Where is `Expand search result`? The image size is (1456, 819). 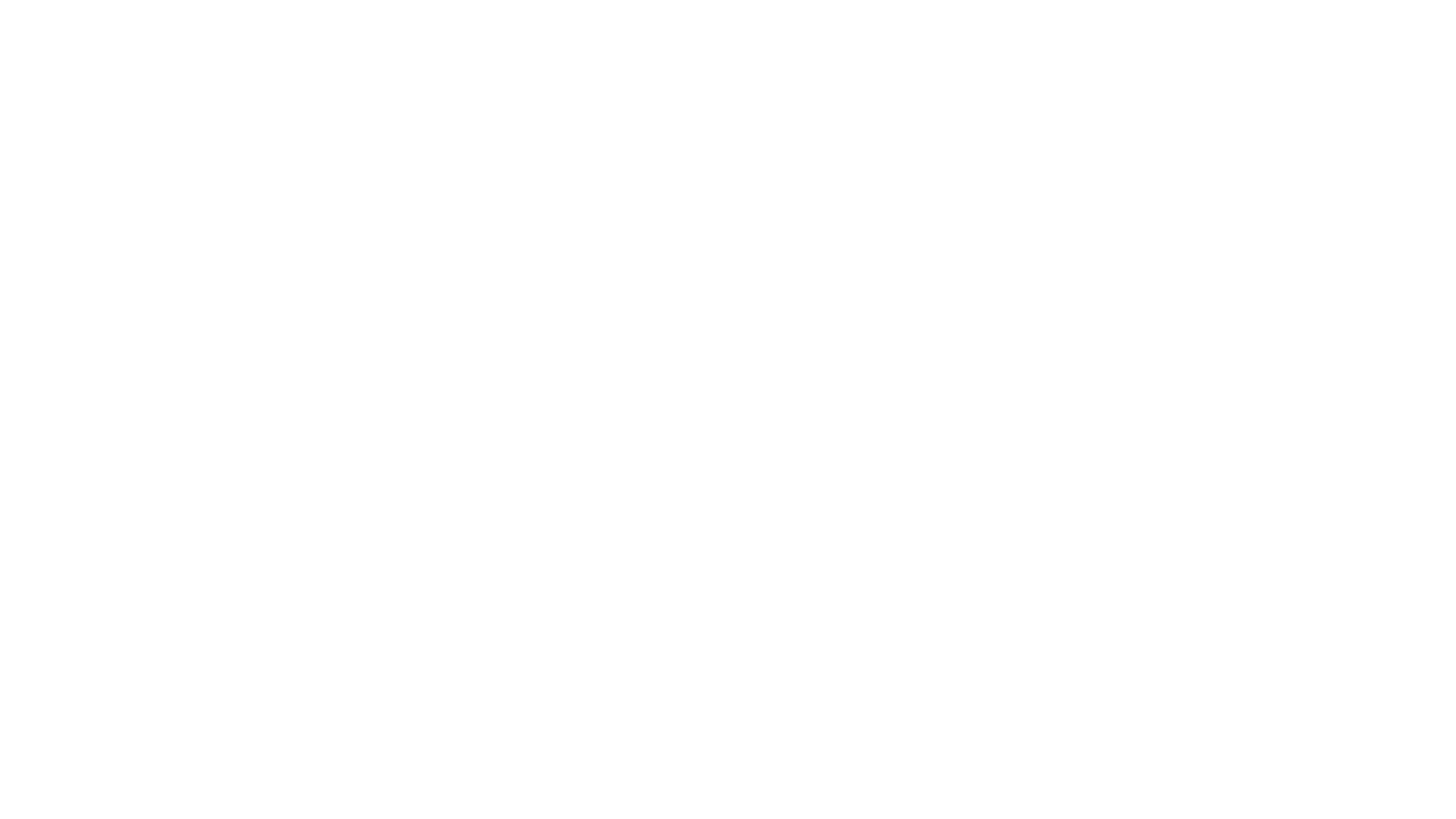
Expand search result is located at coordinates (924, 619).